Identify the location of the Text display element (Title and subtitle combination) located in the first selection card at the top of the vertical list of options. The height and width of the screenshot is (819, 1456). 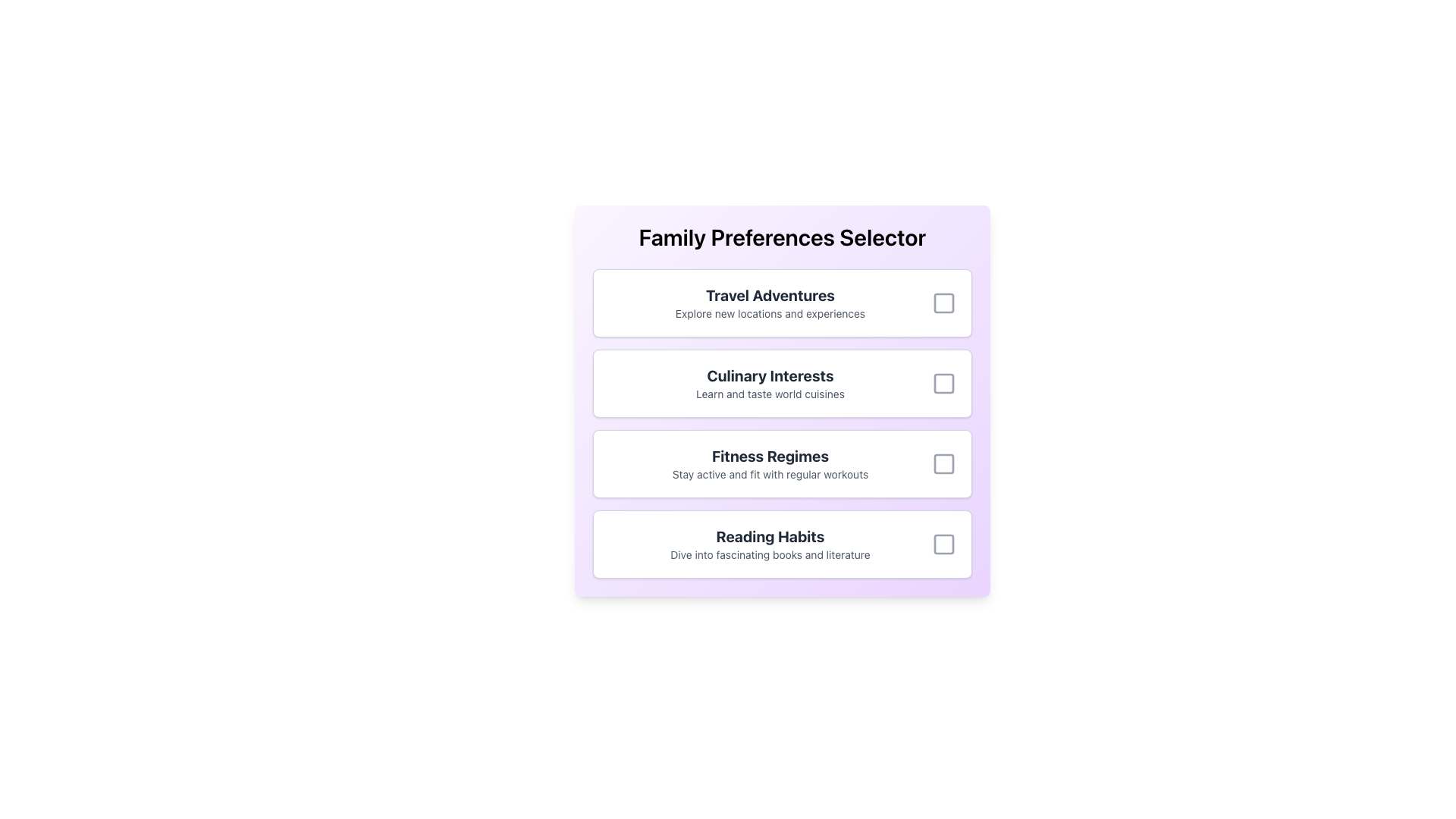
(770, 303).